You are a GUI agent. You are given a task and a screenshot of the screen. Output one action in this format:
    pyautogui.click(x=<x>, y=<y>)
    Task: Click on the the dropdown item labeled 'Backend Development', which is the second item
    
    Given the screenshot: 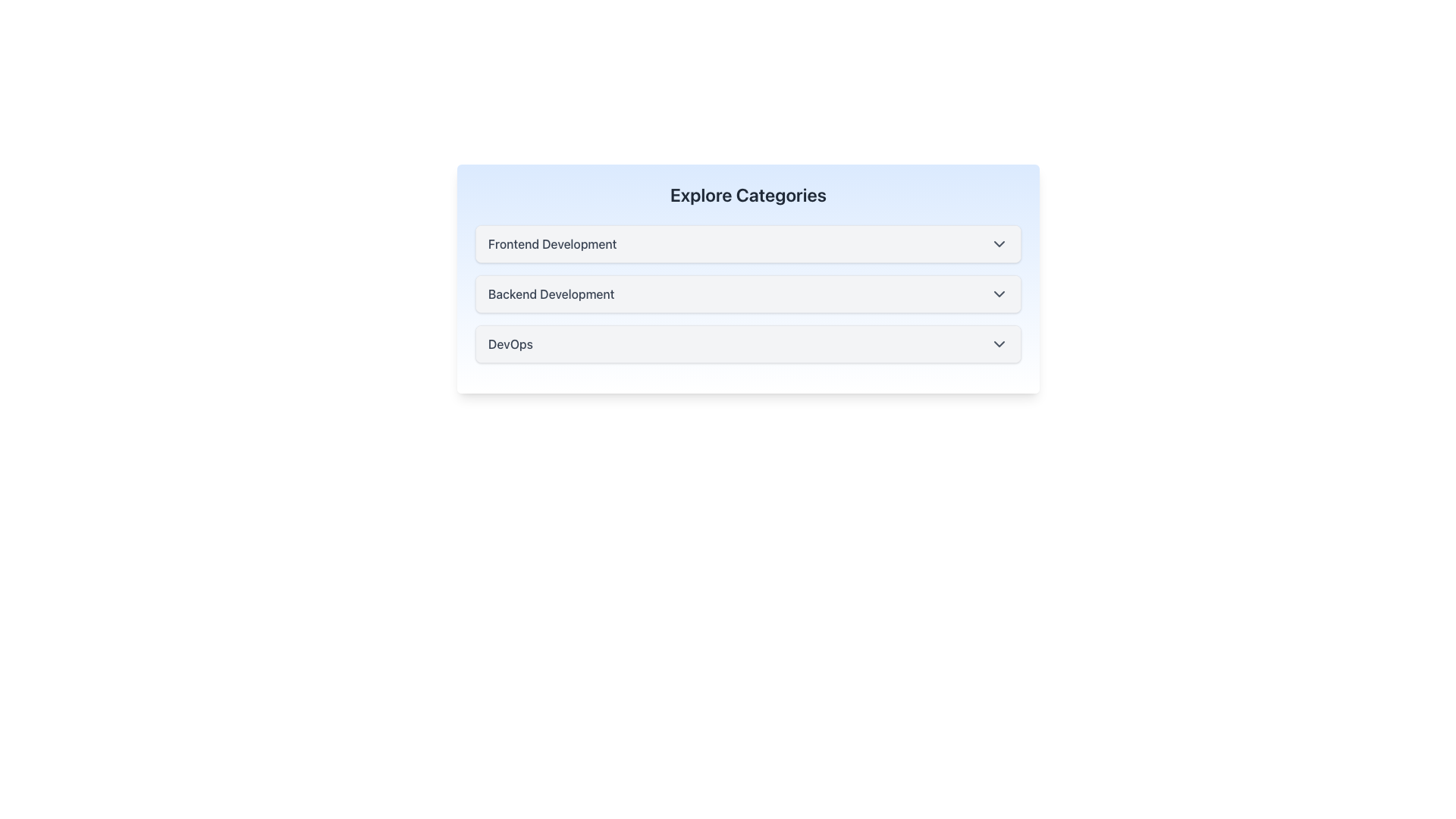 What is the action you would take?
    pyautogui.click(x=748, y=294)
    